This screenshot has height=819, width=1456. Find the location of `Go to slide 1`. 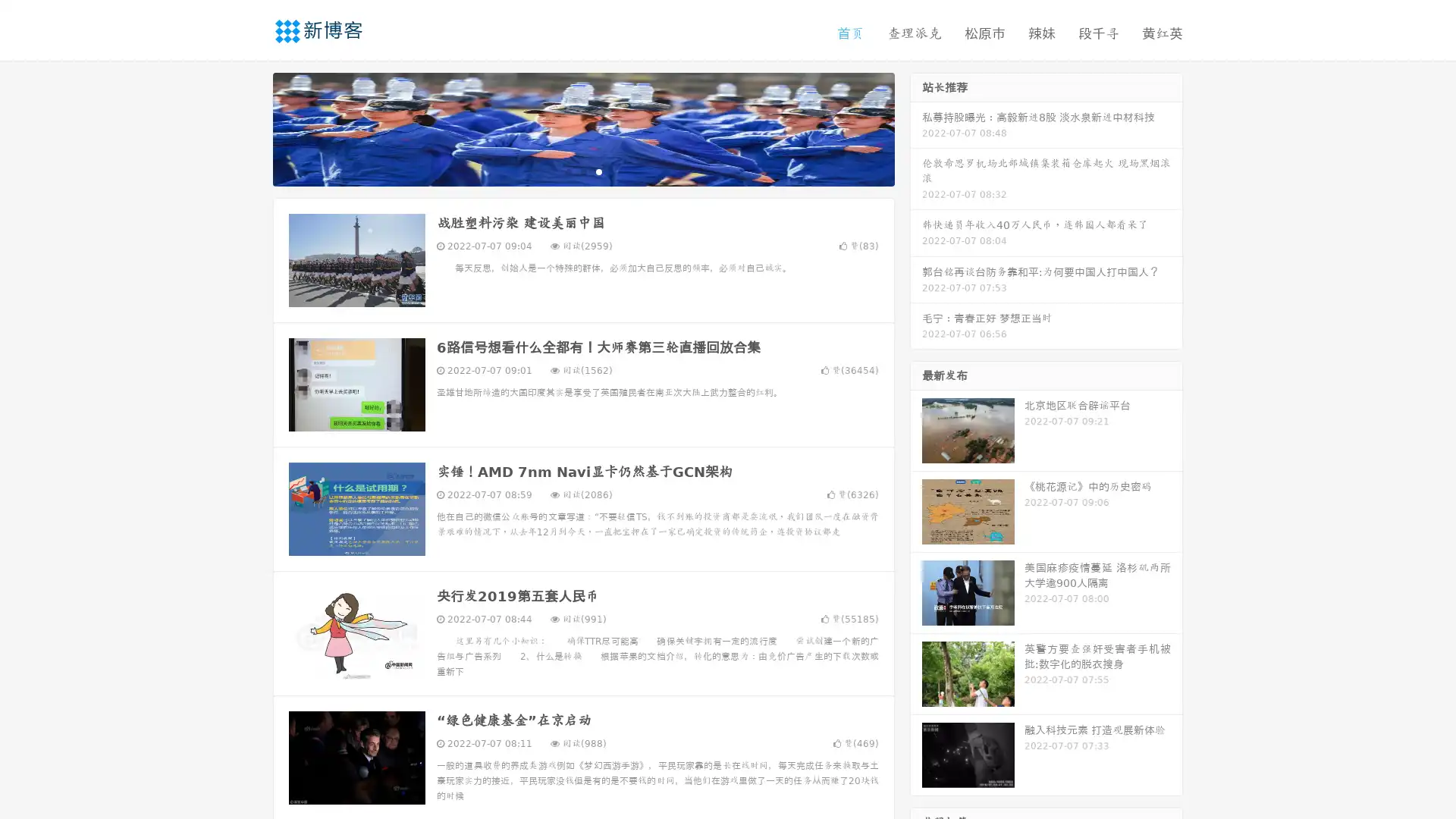

Go to slide 1 is located at coordinates (567, 171).